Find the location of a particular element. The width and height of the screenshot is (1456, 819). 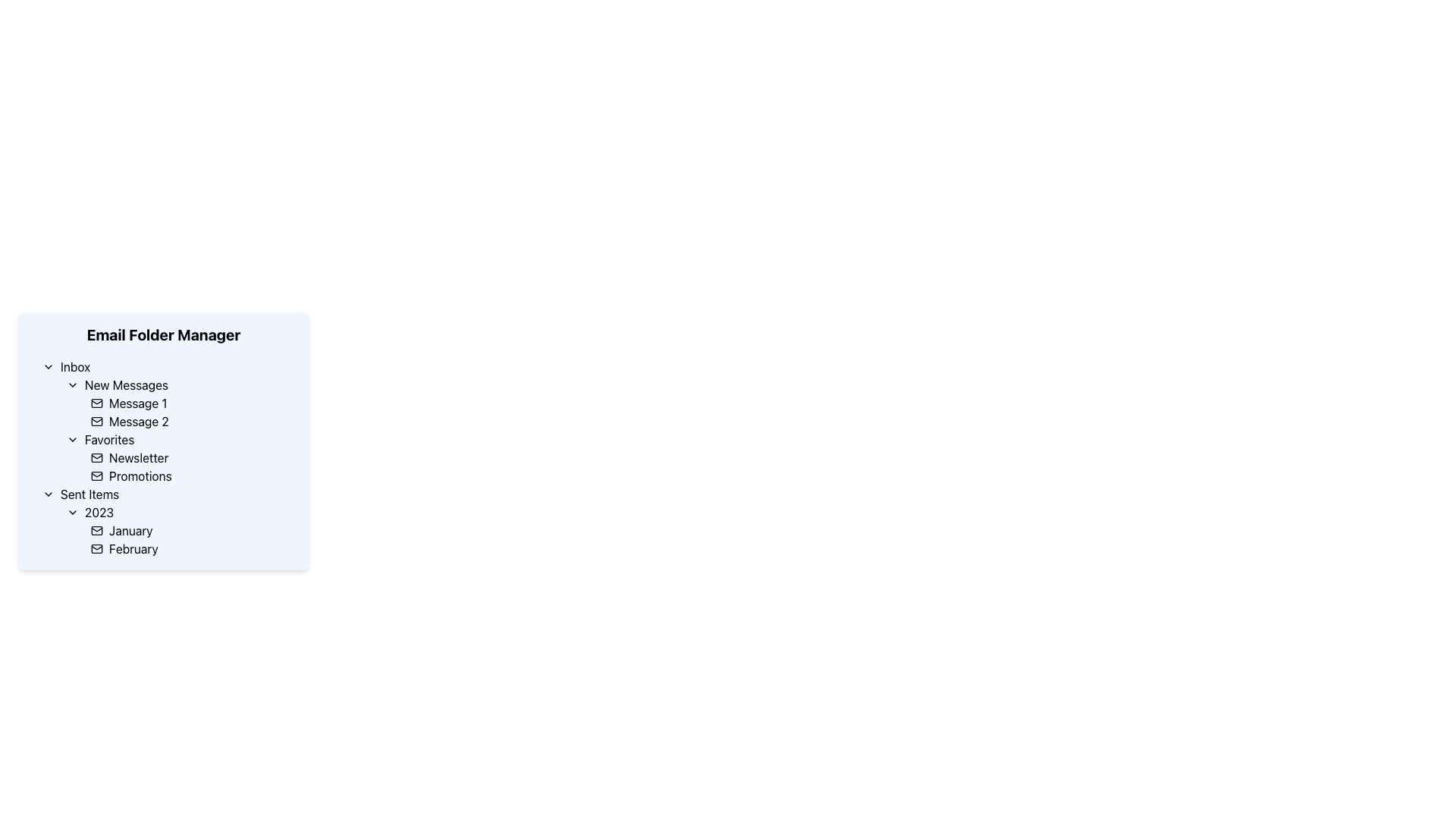

text header 'Email Folder Manager' which is styled in bold, extra-large font and located at the top of the blue-shaded rectangular layout is located at coordinates (164, 334).